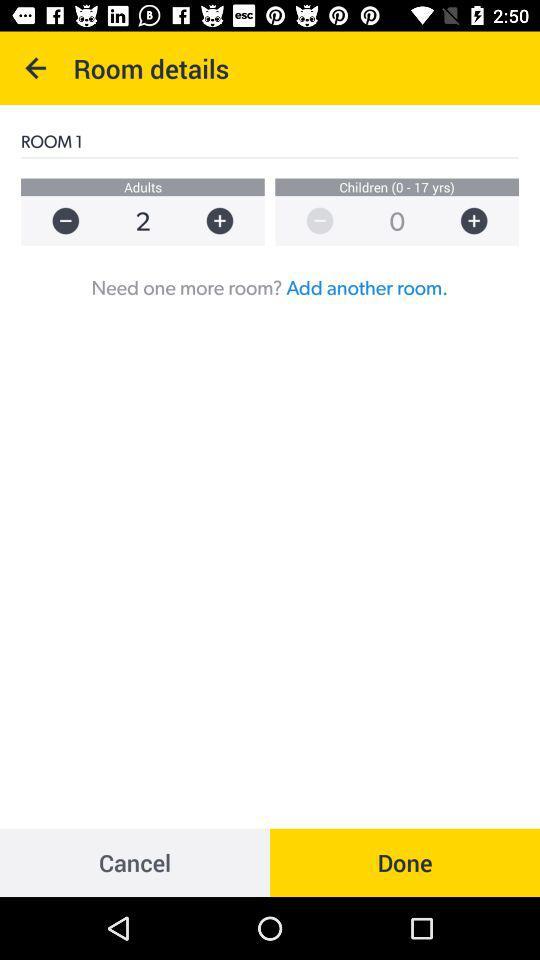 Image resolution: width=540 pixels, height=960 pixels. I want to click on more option, so click(483, 221).